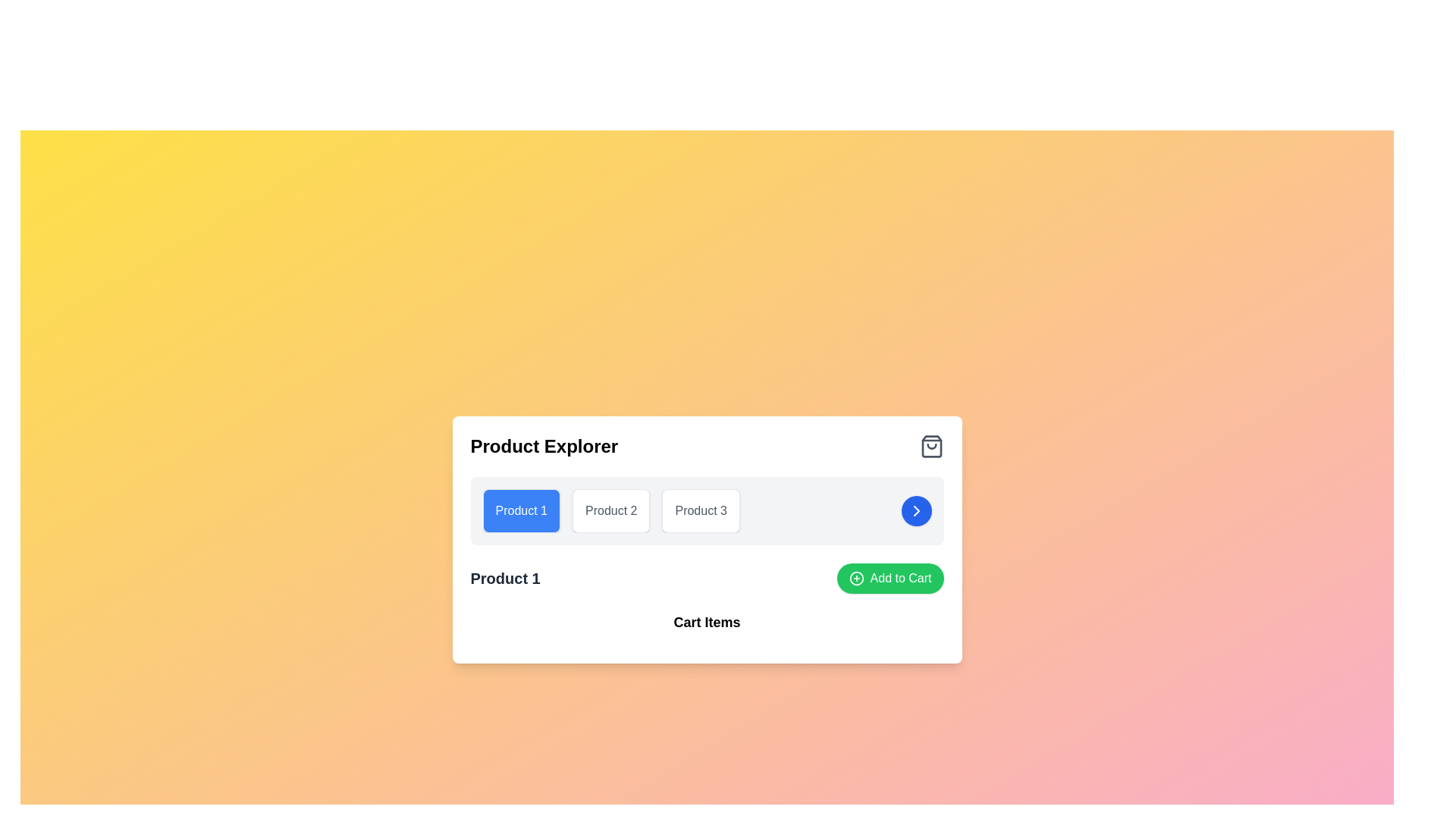  Describe the element at coordinates (521, 510) in the screenshot. I see `the 'Product 1' button, which is a blue rectangular button with rounded corners displaying the text 'Product 1' in bold white font, located` at that location.